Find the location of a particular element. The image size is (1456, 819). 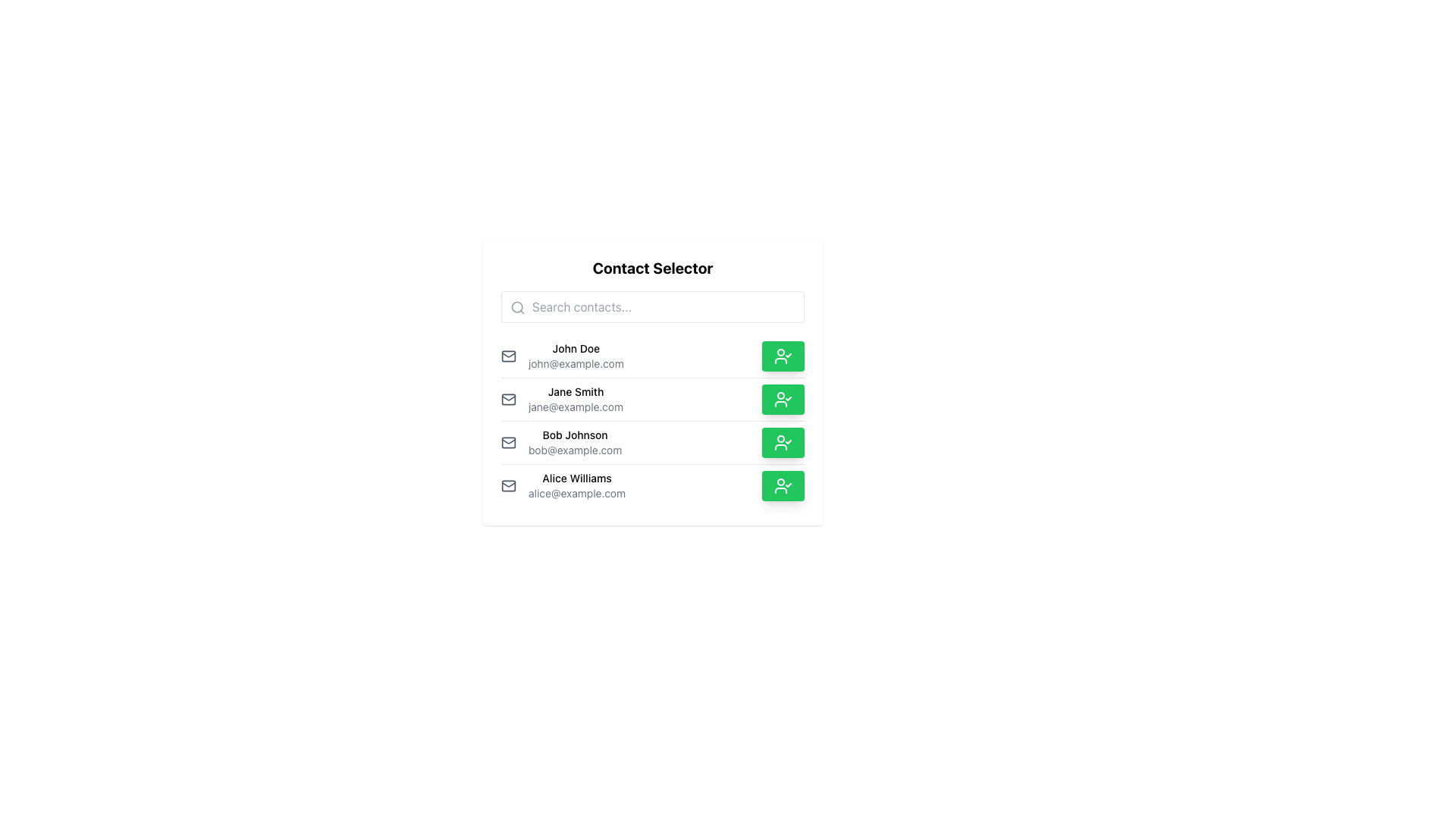

the contact list item labeled 'Bob Johnson' is located at coordinates (652, 441).